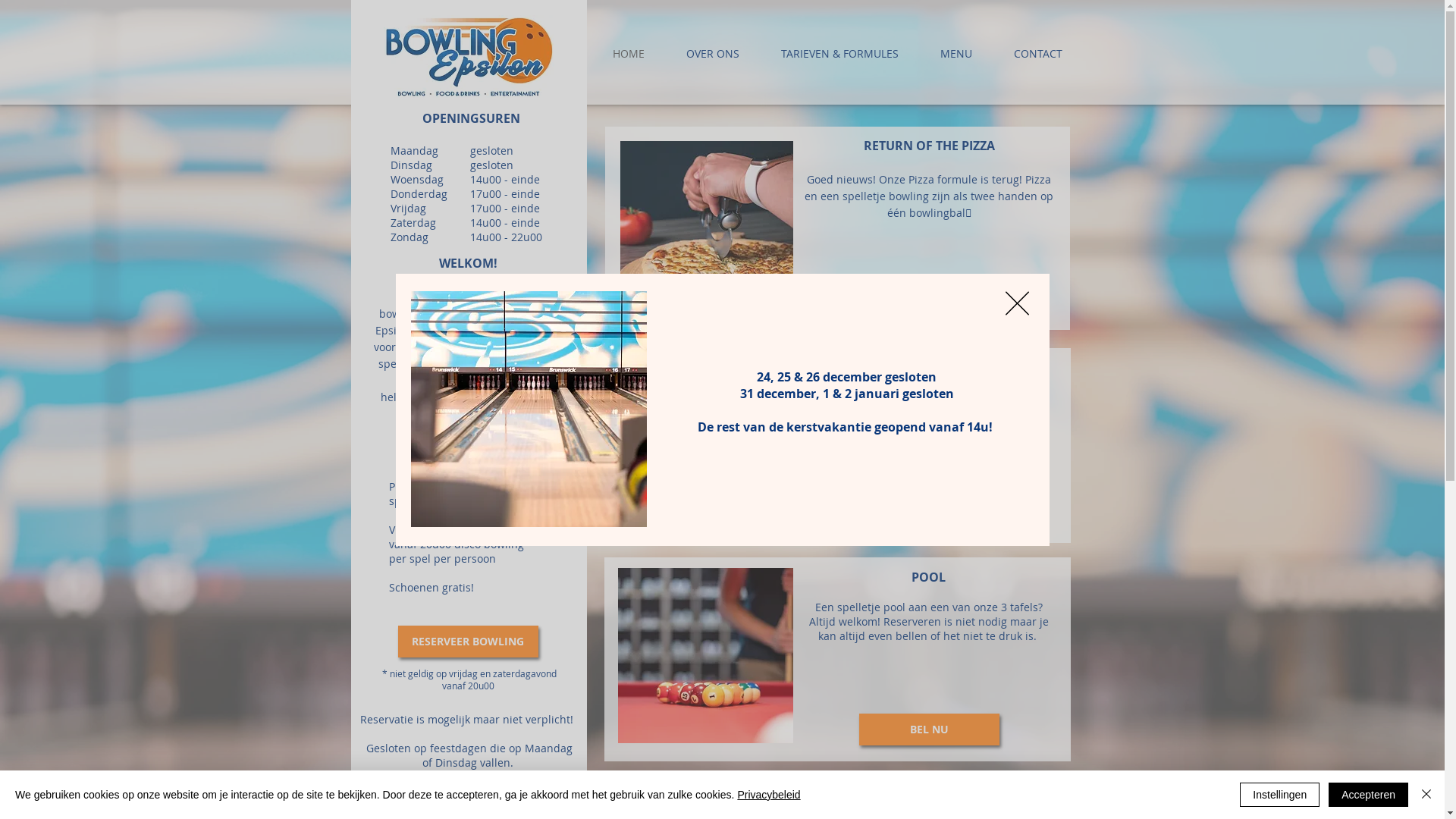  Describe the element at coordinates (927, 728) in the screenshot. I see `'BEL NU'` at that location.